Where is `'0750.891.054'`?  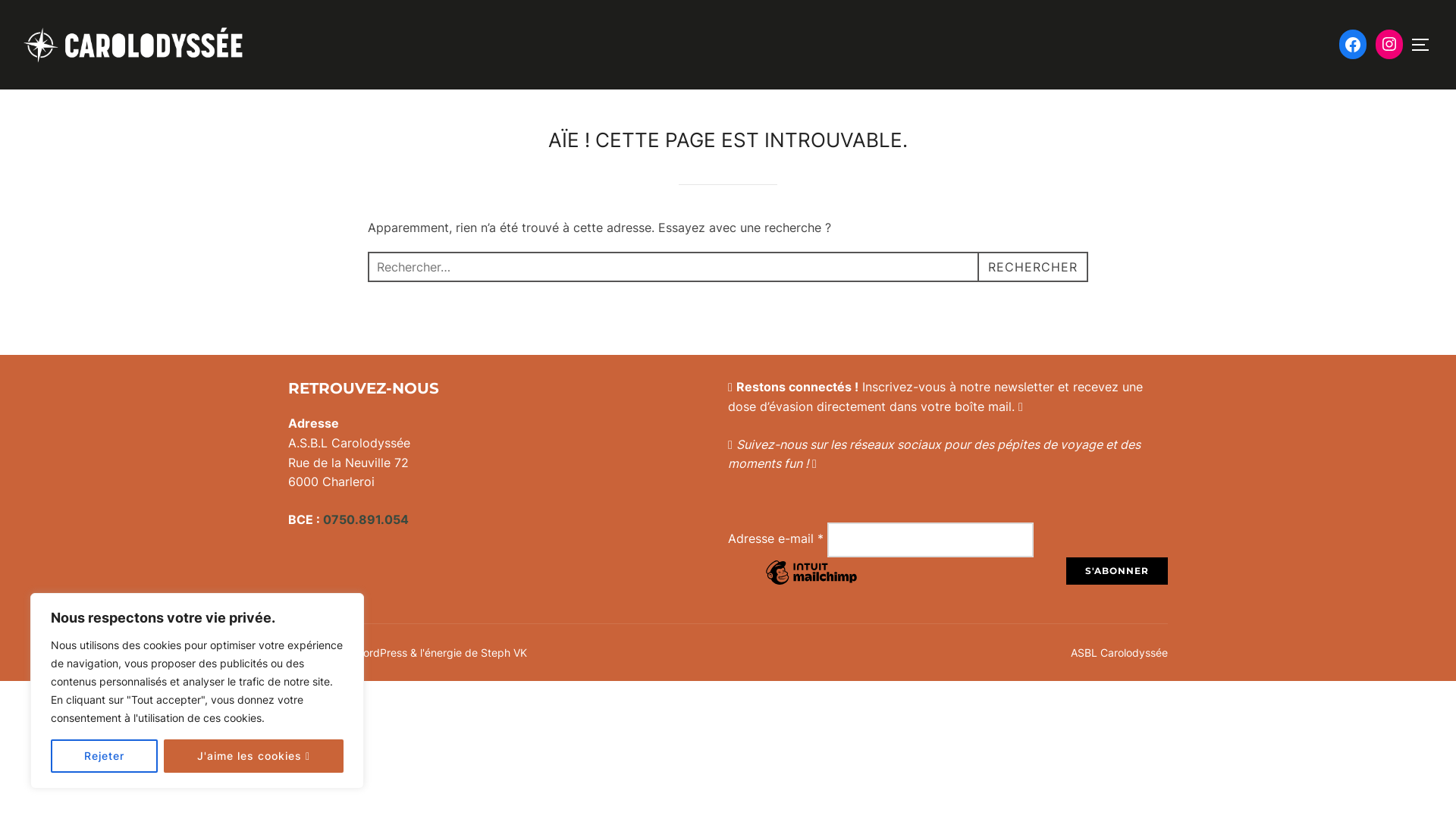 '0750.891.054' is located at coordinates (366, 519).